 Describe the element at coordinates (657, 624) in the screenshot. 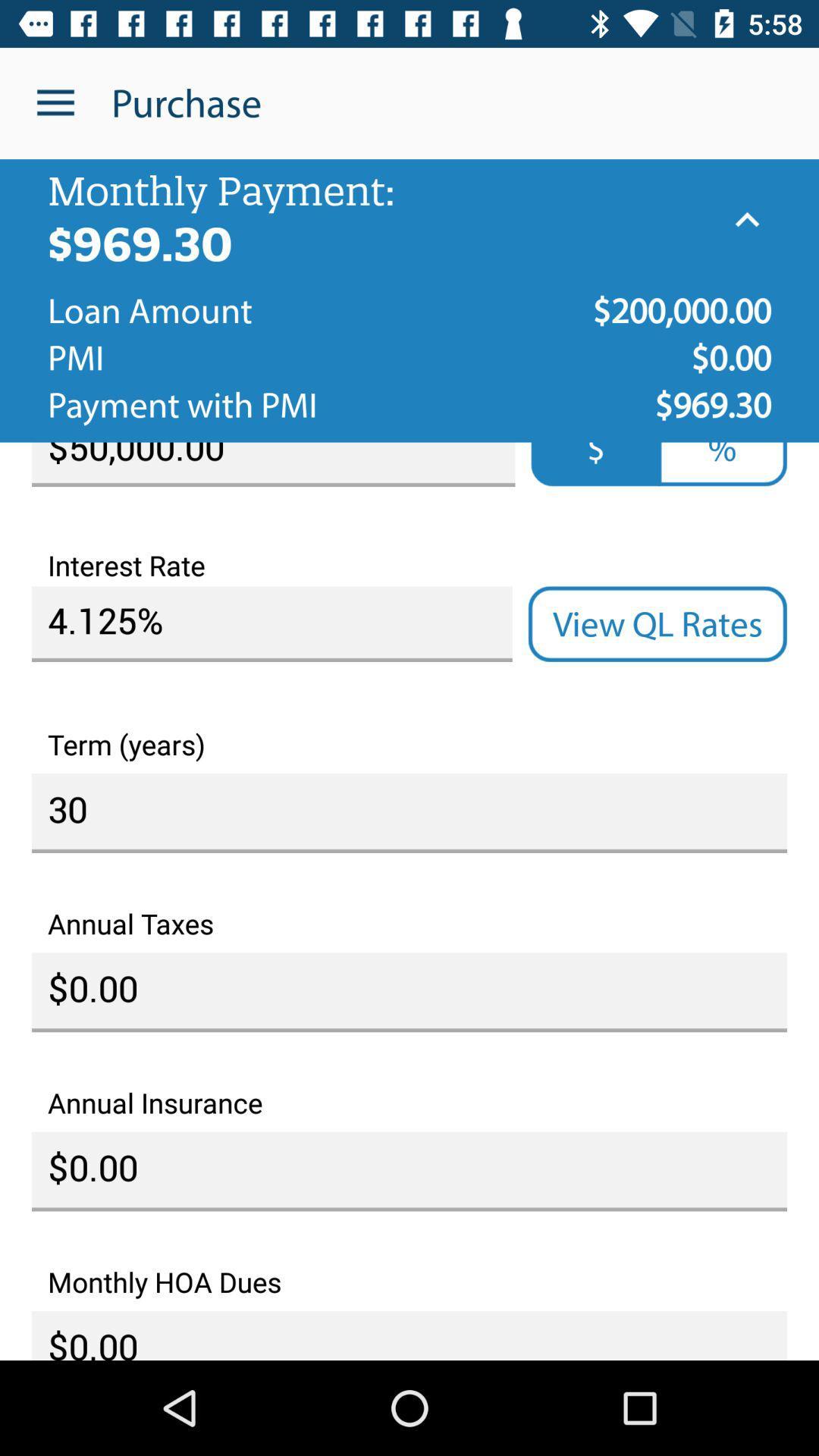

I see `item above term (years) icon` at that location.